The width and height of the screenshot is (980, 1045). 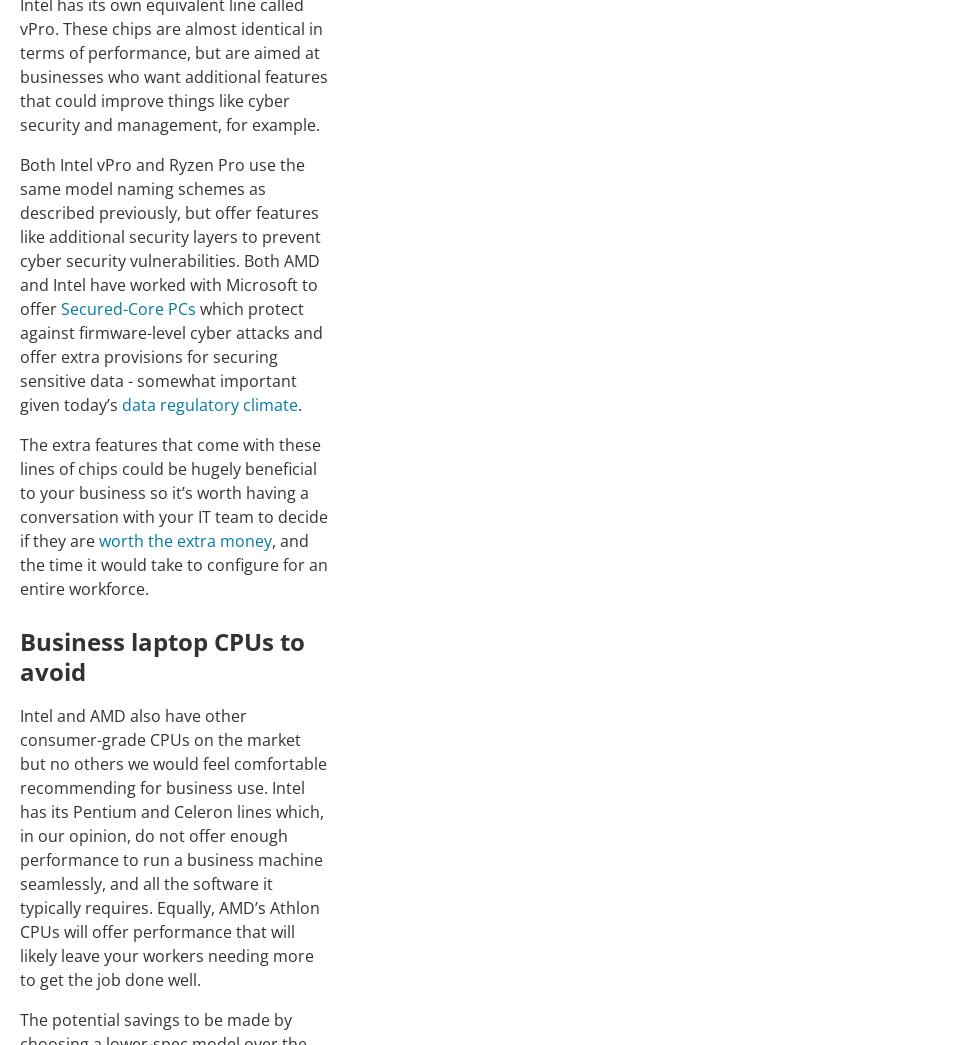 I want to click on 'worth the extra money', so click(x=185, y=539).